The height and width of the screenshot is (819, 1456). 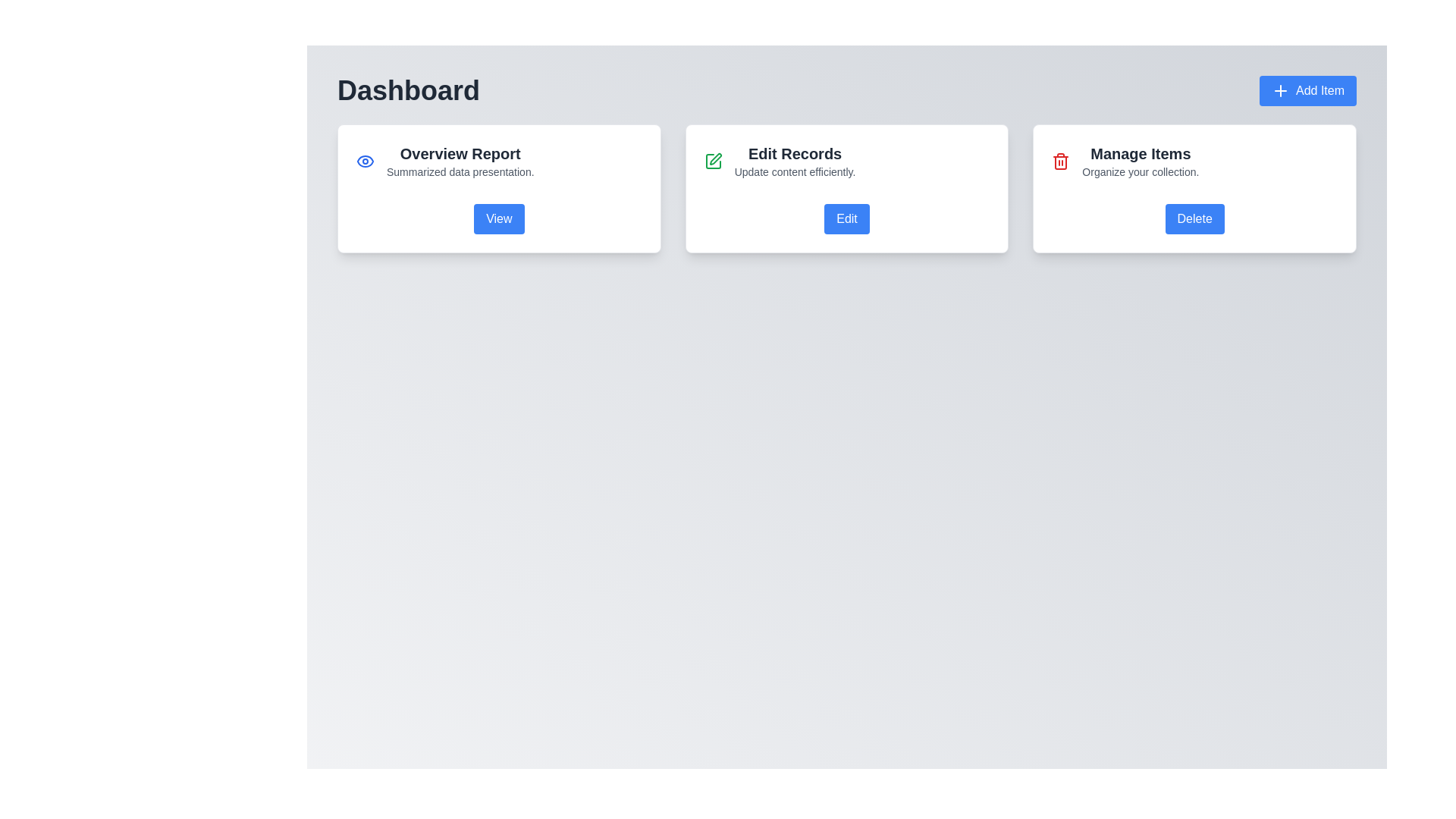 What do you see at coordinates (408, 90) in the screenshot?
I see `the text label that serves as the title or heading at the top left of the interface` at bounding box center [408, 90].